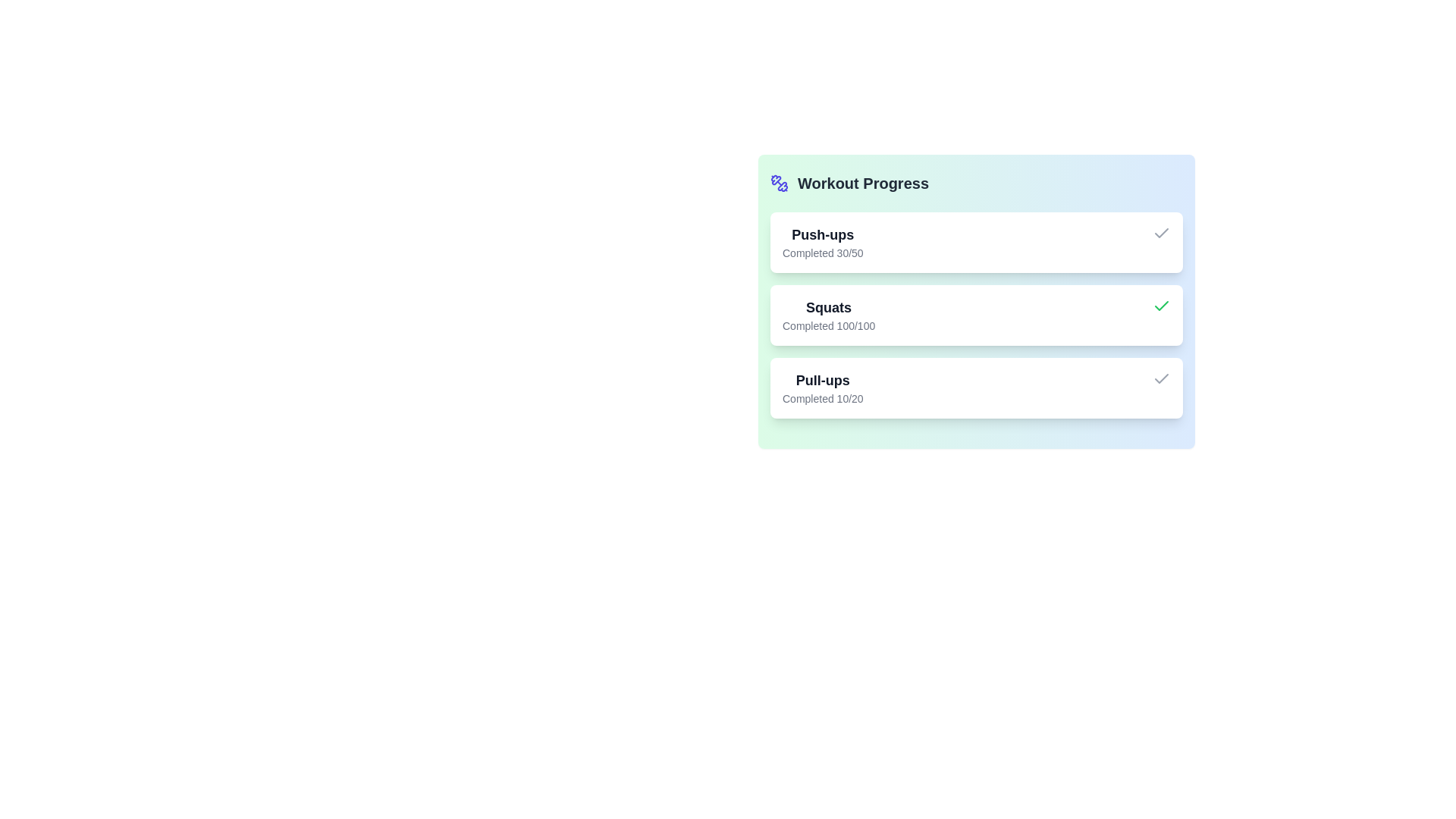 This screenshot has width=1456, height=819. What do you see at coordinates (822, 397) in the screenshot?
I see `the text label displaying 'Completed 10/20' located below the 'Pull-ups' title in the workout progress section` at bounding box center [822, 397].